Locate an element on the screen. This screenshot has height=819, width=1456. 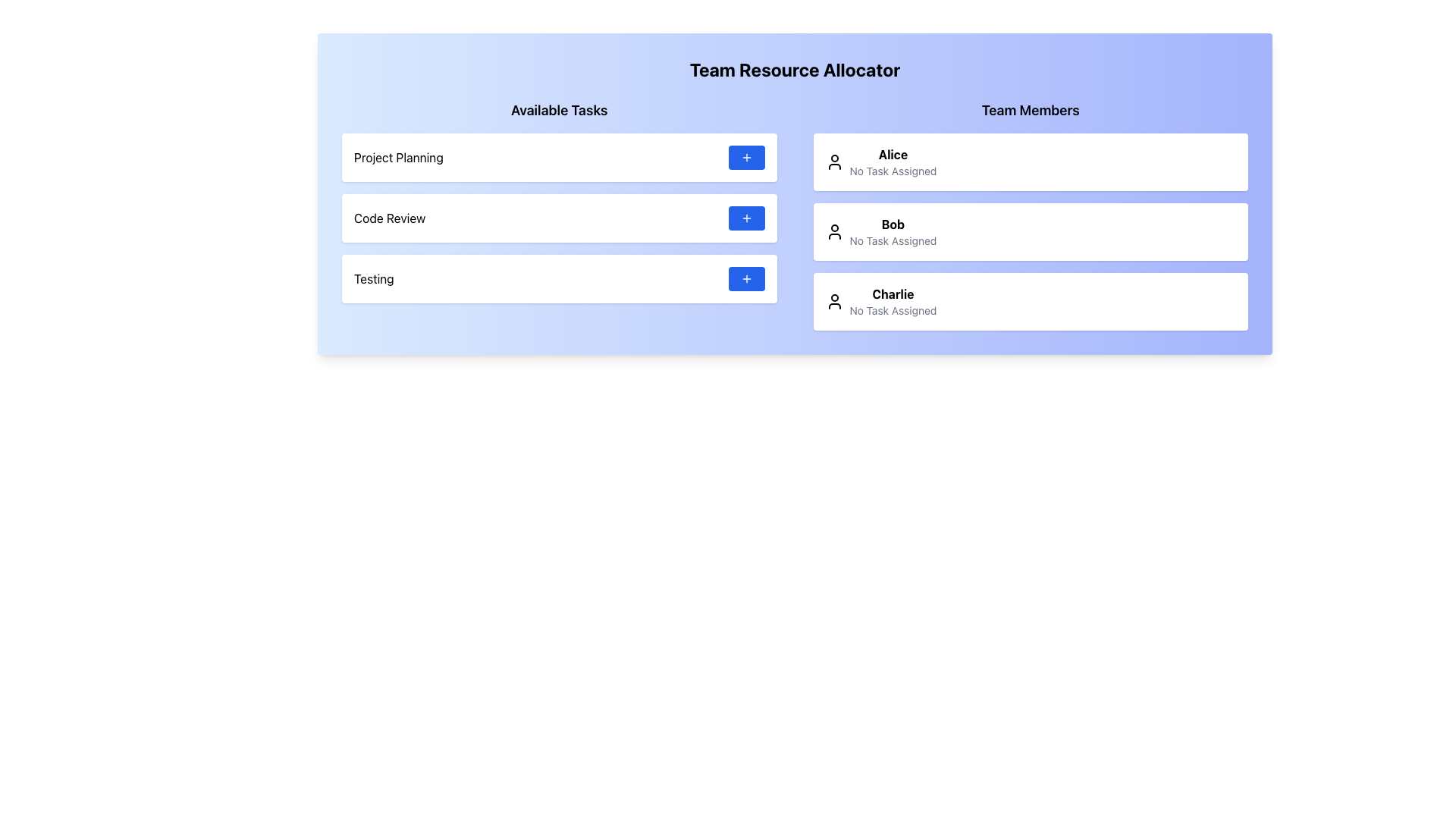
the Informational card displaying the name 'Charlie' and the status 'No Task Assigned' is located at coordinates (1031, 301).